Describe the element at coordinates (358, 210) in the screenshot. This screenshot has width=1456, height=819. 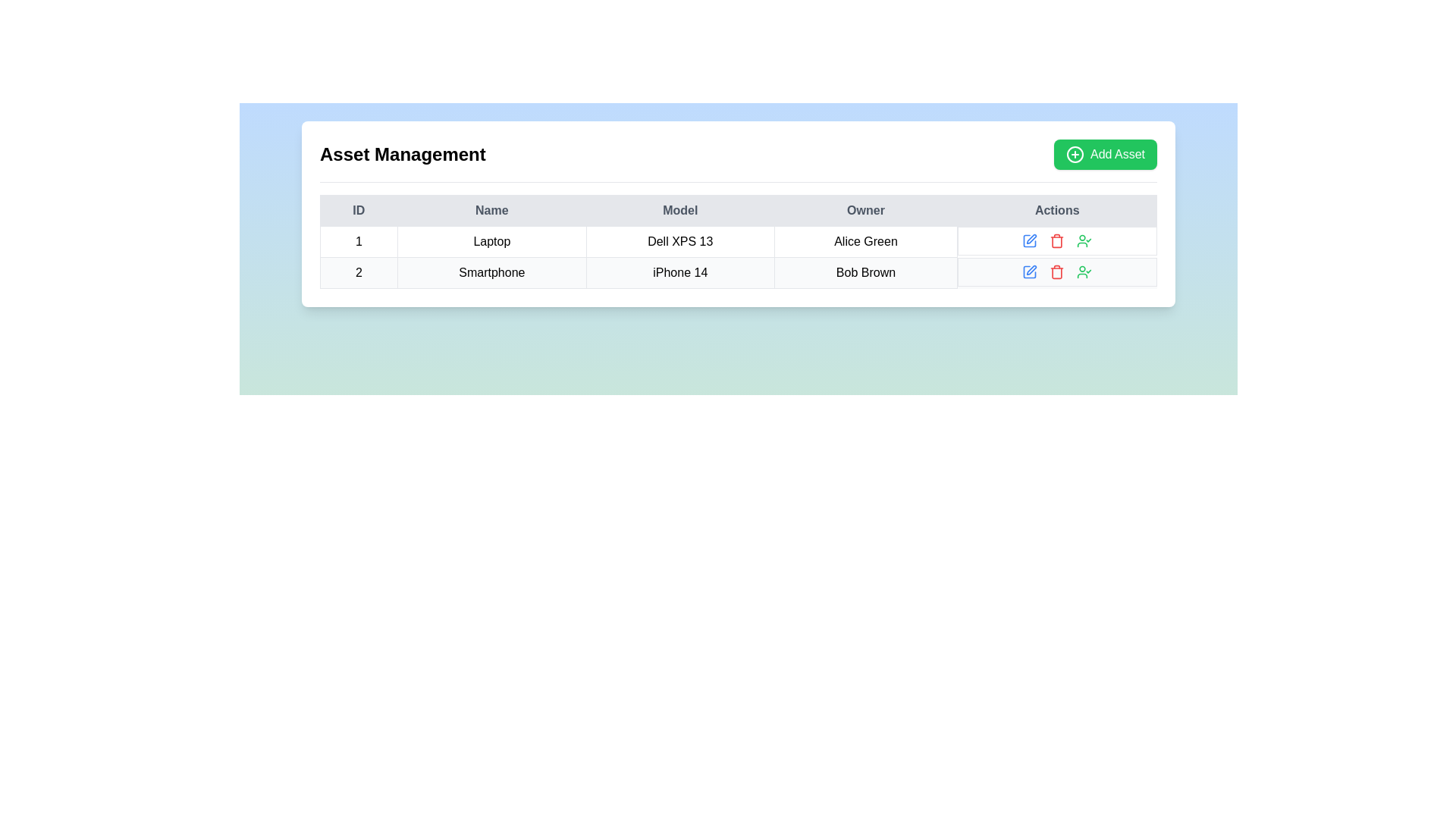
I see `the Table Header Cell that contains the text 'ID', which is bold and centrally aligned within a structured light background cell` at that location.